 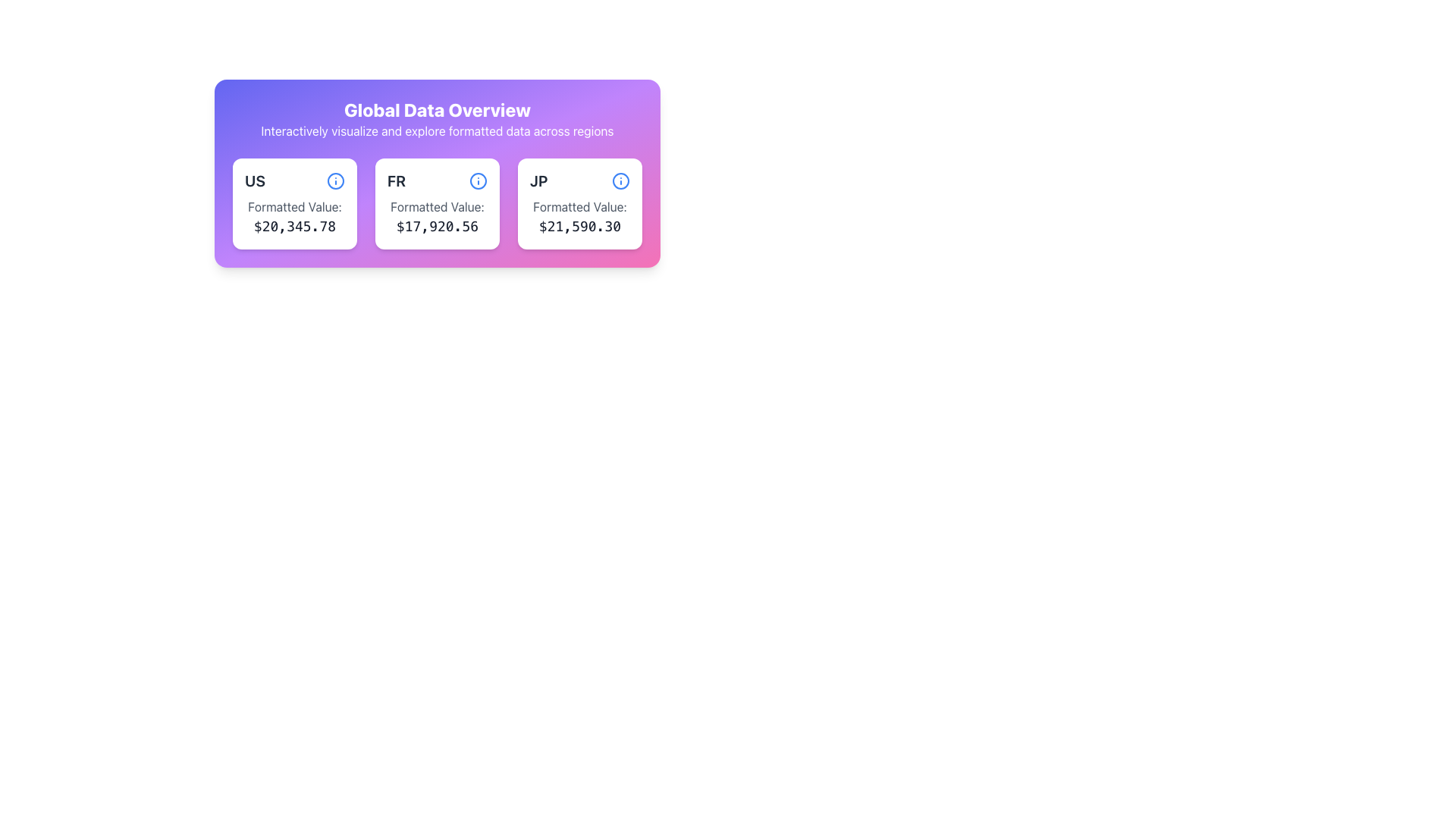 I want to click on the information icon located on the far right of the 'US' label, so click(x=334, y=180).